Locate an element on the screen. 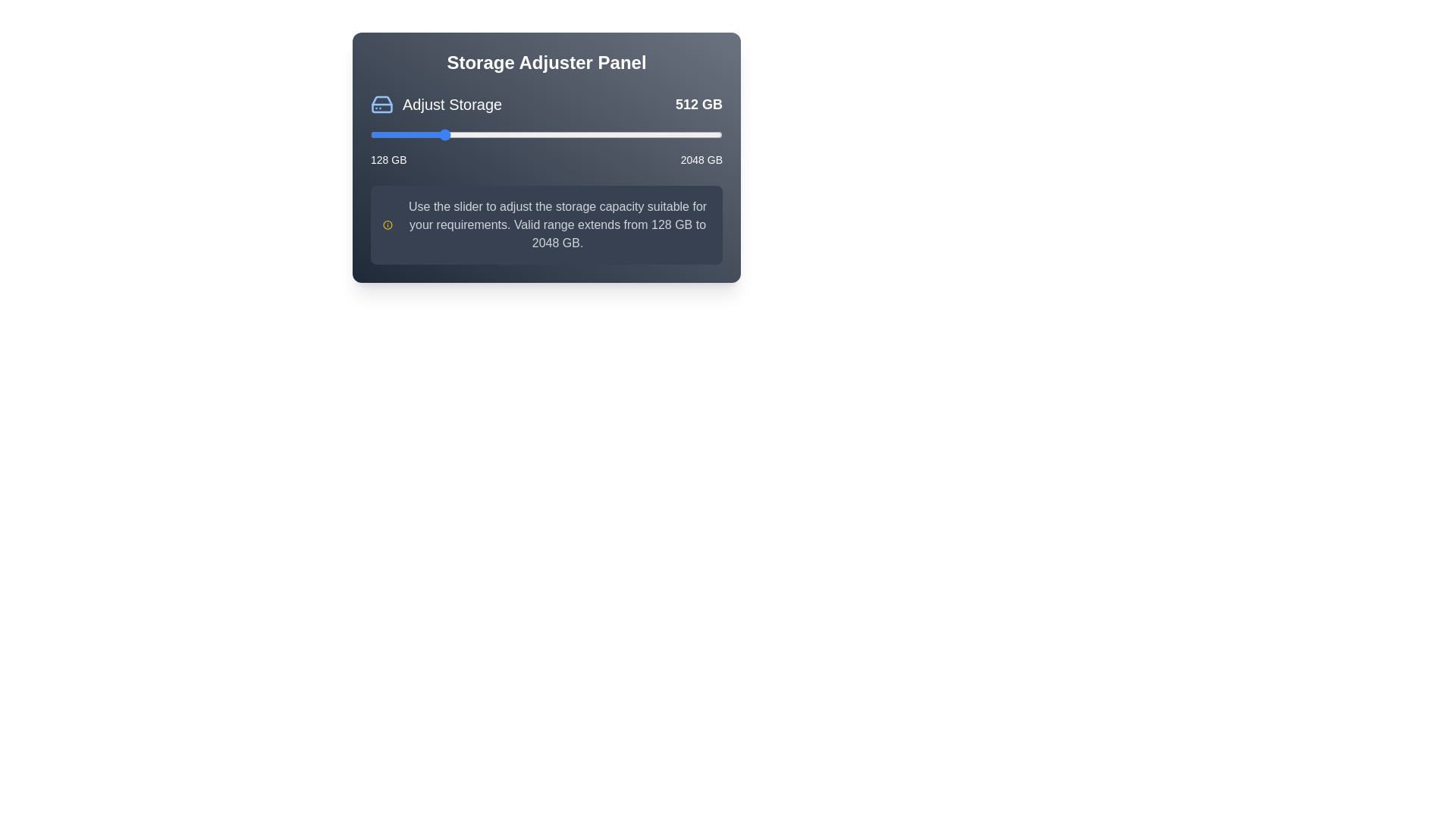 Image resolution: width=1456 pixels, height=819 pixels. the storage capacity is located at coordinates (685, 133).